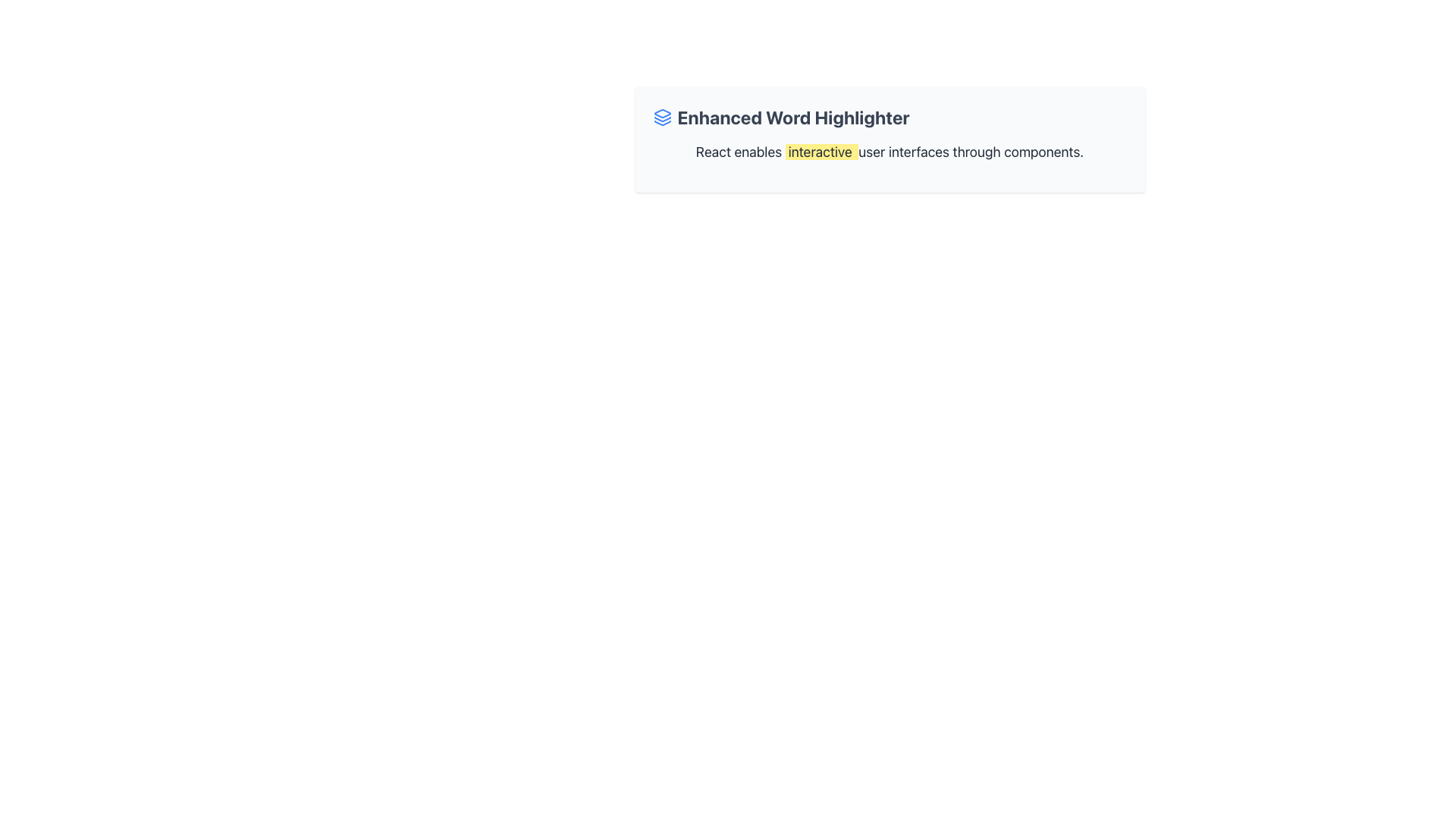 The image size is (1456, 819). I want to click on the bold black text label 'React', so click(714, 152).